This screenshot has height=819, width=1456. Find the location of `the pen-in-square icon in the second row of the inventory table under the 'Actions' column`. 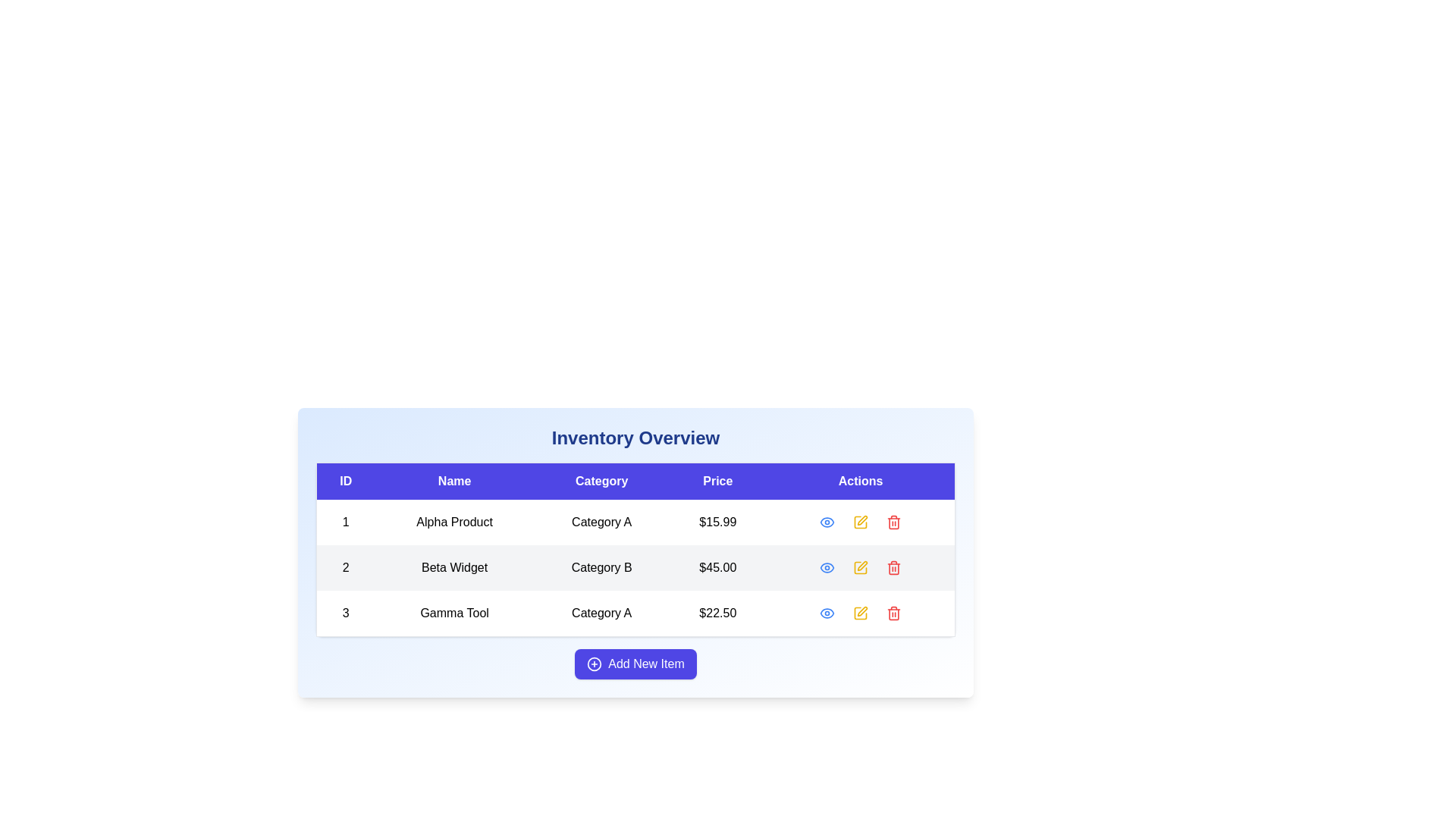

the pen-in-square icon in the second row of the inventory table under the 'Actions' column is located at coordinates (861, 567).